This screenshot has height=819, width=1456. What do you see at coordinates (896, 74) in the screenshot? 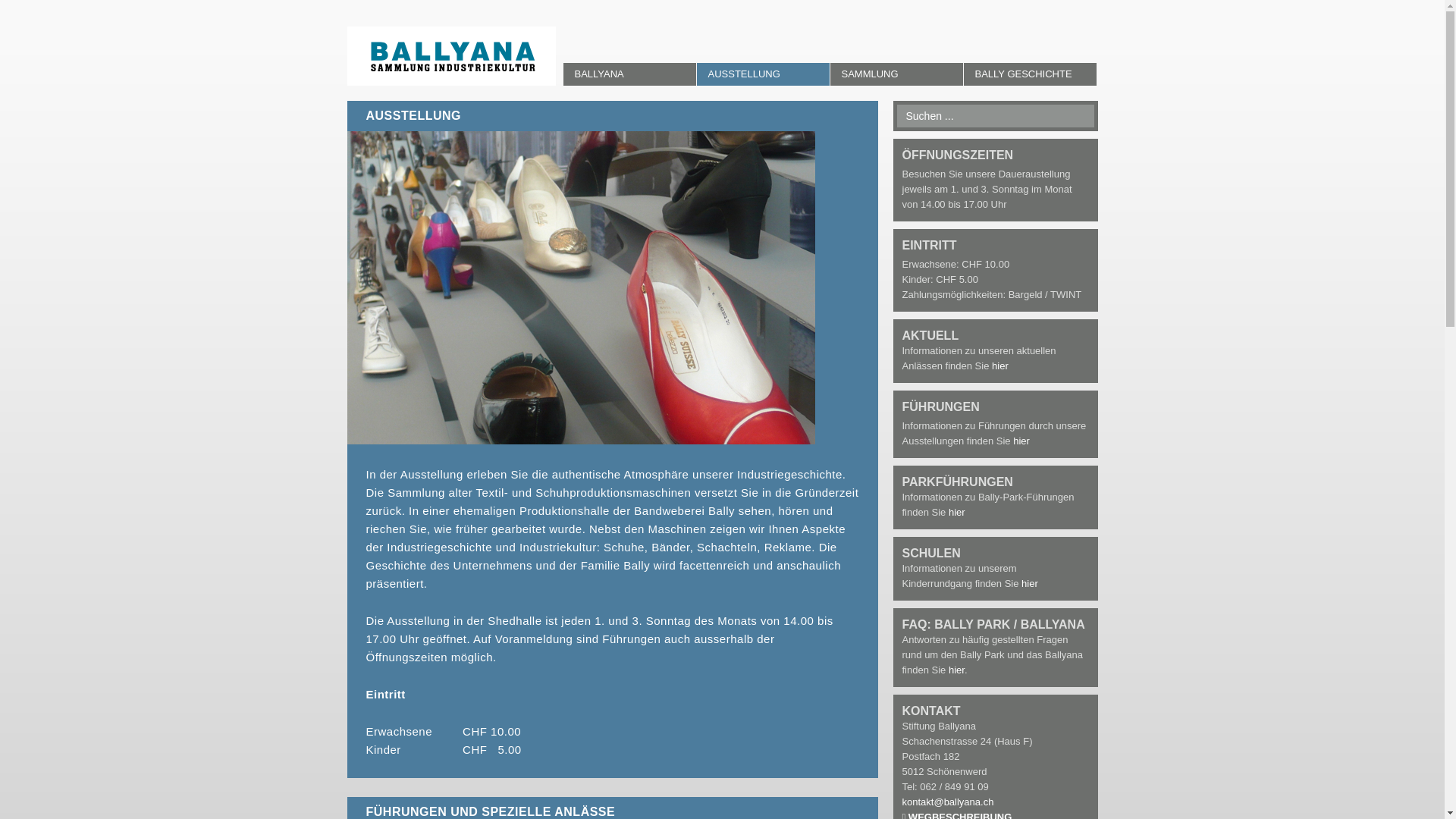
I see `'SAMMLUNG'` at bounding box center [896, 74].